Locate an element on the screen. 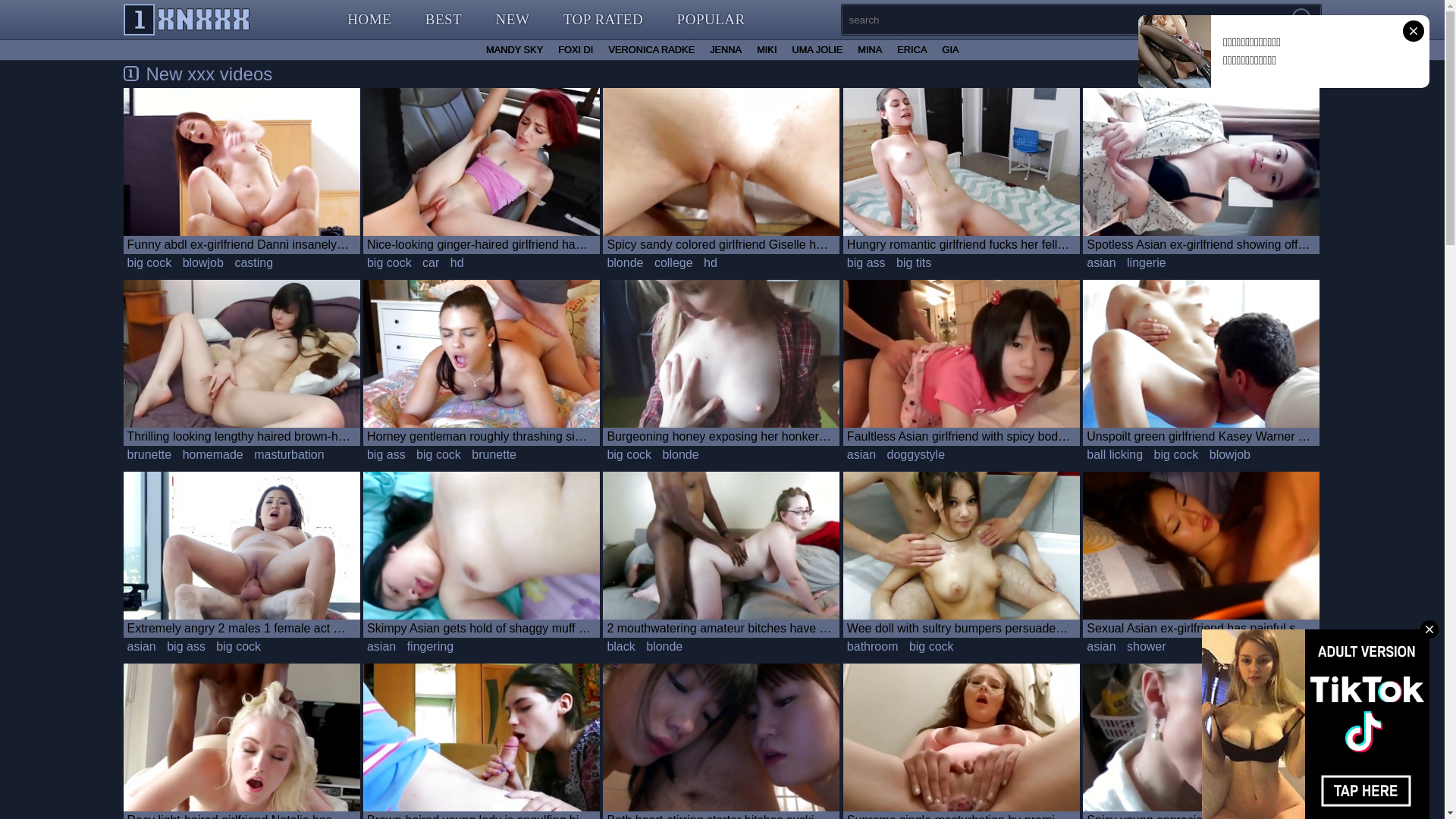 This screenshot has width=1456, height=819. 'GIA' is located at coordinates (949, 49).